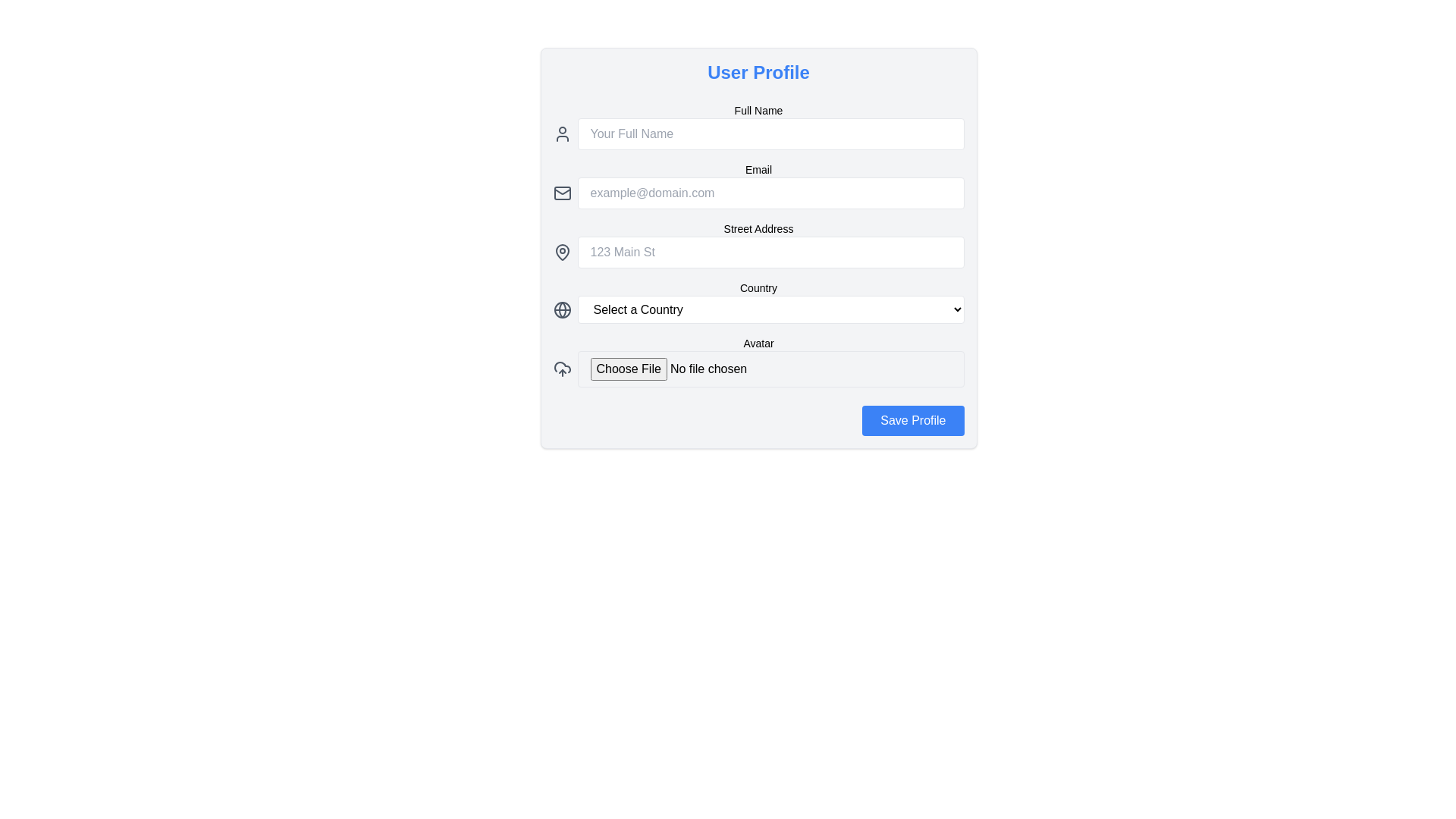  I want to click on the labeled input field for email address in the User Profile section, so click(758, 185).